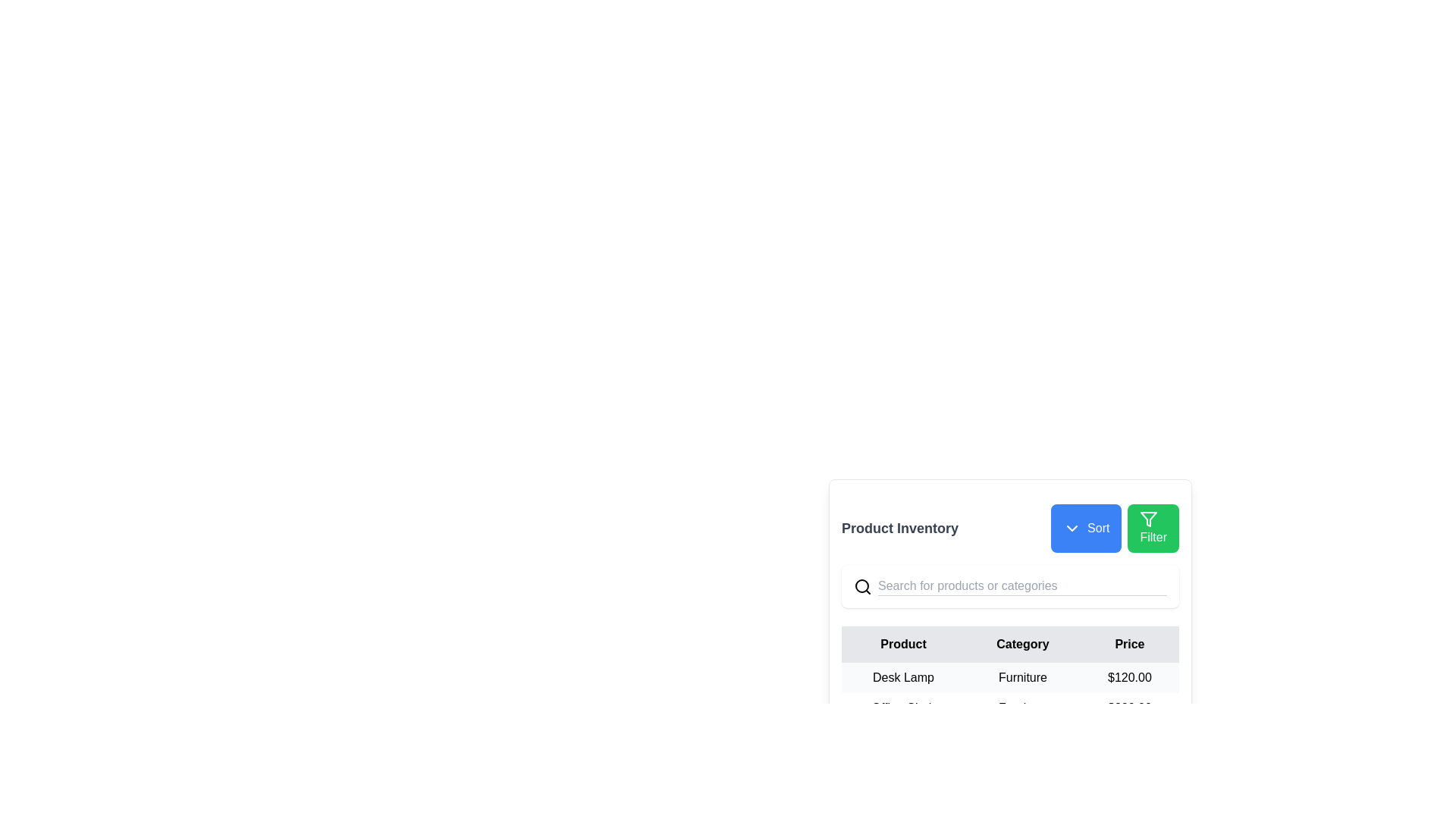  I want to click on the 'Product' header label, which is the first column header in the table indicating product information, located below the search bar, so click(903, 644).